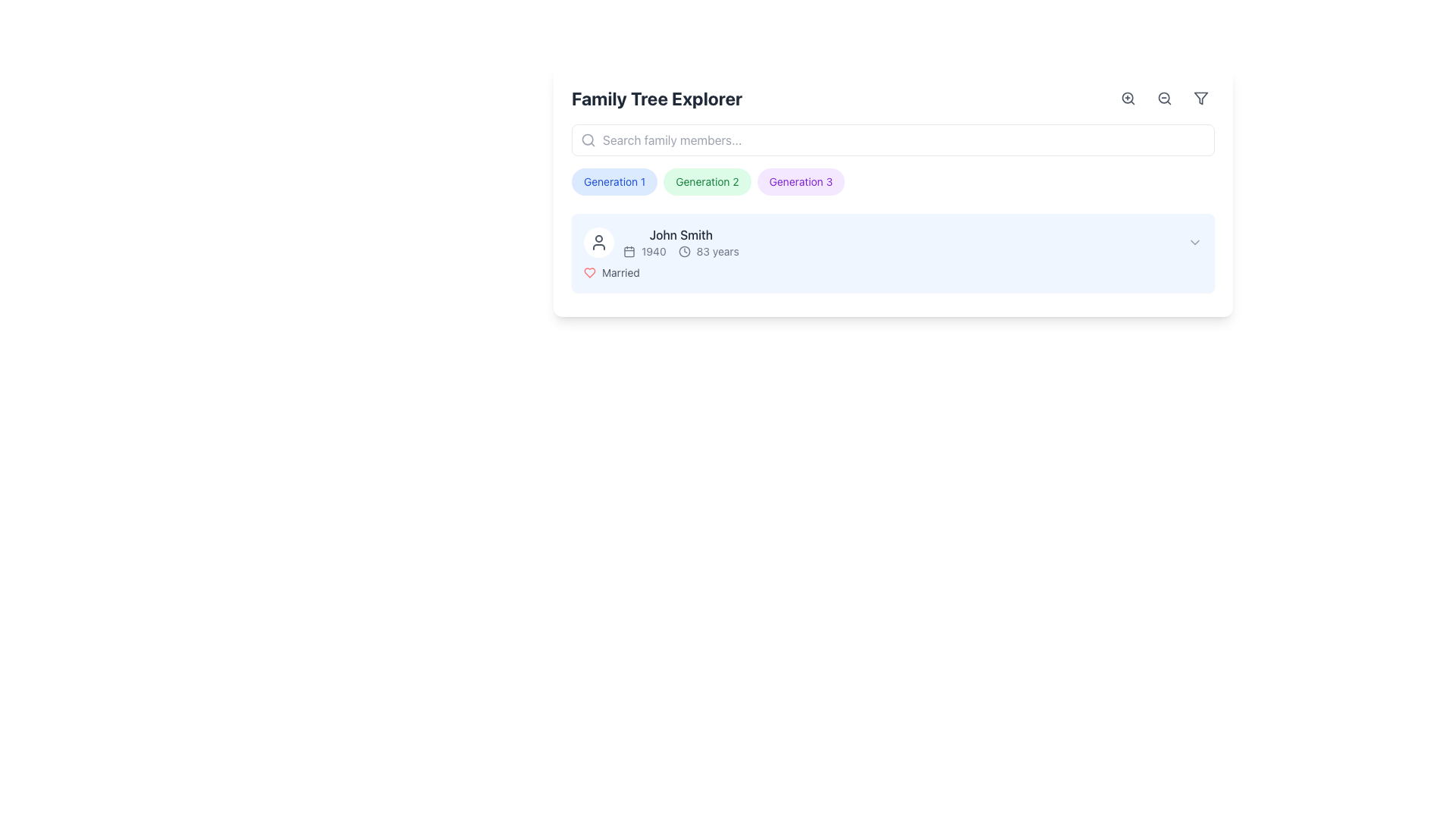 The image size is (1456, 819). Describe the element at coordinates (629, 250) in the screenshot. I see `the calendar icon located to the left of the '1940' text in the individual's detail section` at that location.